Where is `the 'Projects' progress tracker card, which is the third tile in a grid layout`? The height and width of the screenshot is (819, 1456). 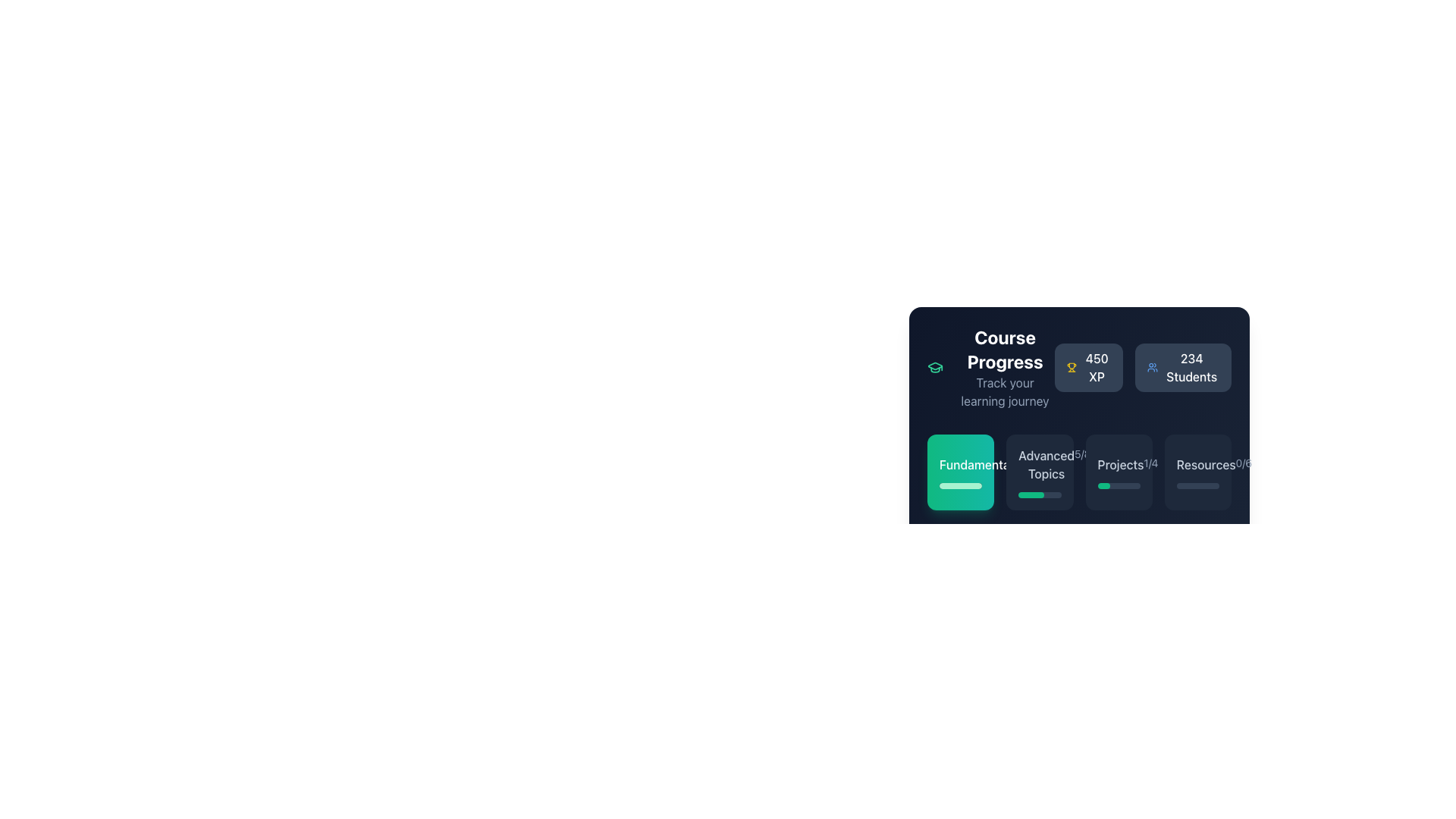 the 'Projects' progress tracker card, which is the third tile in a grid layout is located at coordinates (1119, 472).